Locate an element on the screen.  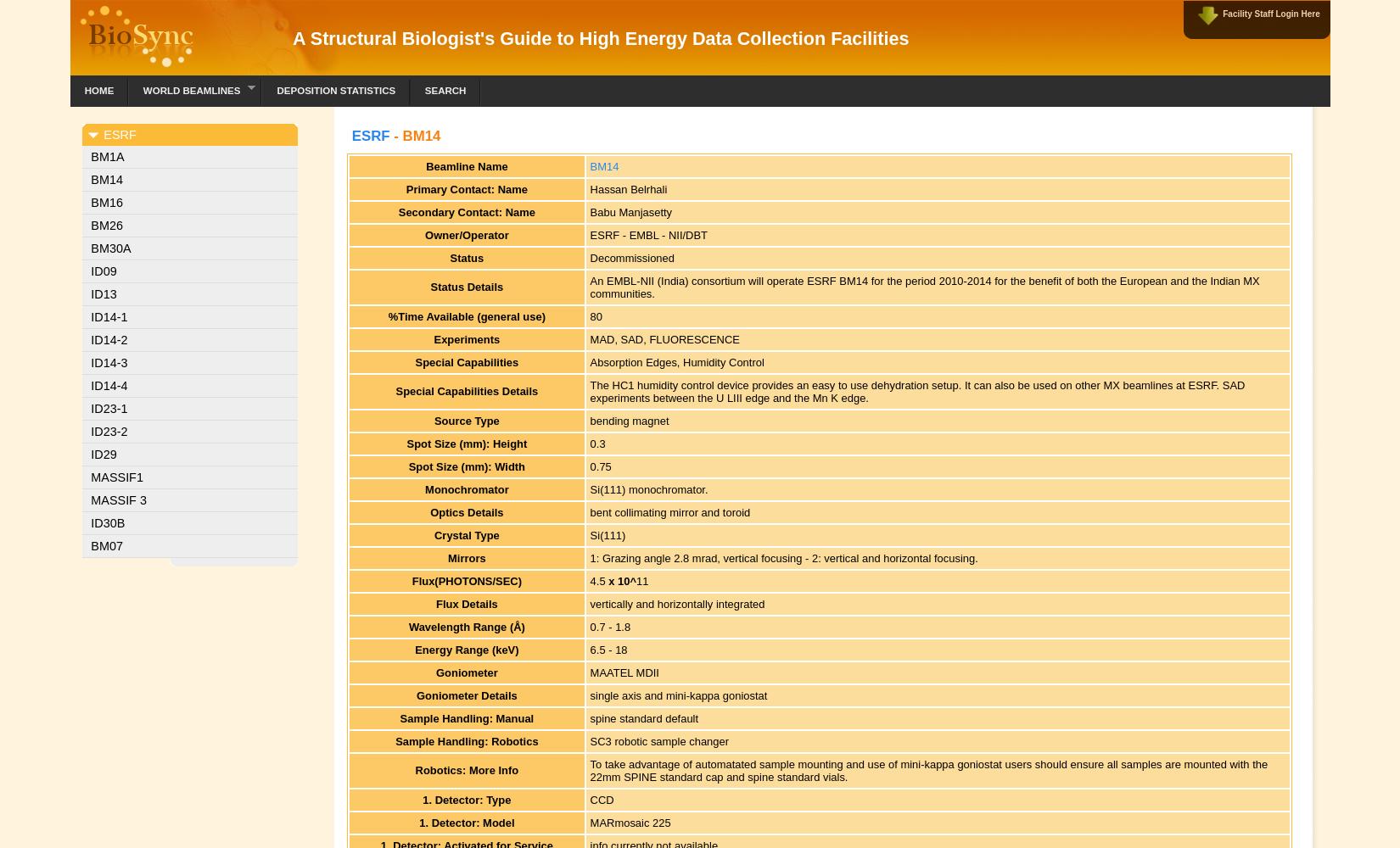
'Status Details' is located at coordinates (465, 286).